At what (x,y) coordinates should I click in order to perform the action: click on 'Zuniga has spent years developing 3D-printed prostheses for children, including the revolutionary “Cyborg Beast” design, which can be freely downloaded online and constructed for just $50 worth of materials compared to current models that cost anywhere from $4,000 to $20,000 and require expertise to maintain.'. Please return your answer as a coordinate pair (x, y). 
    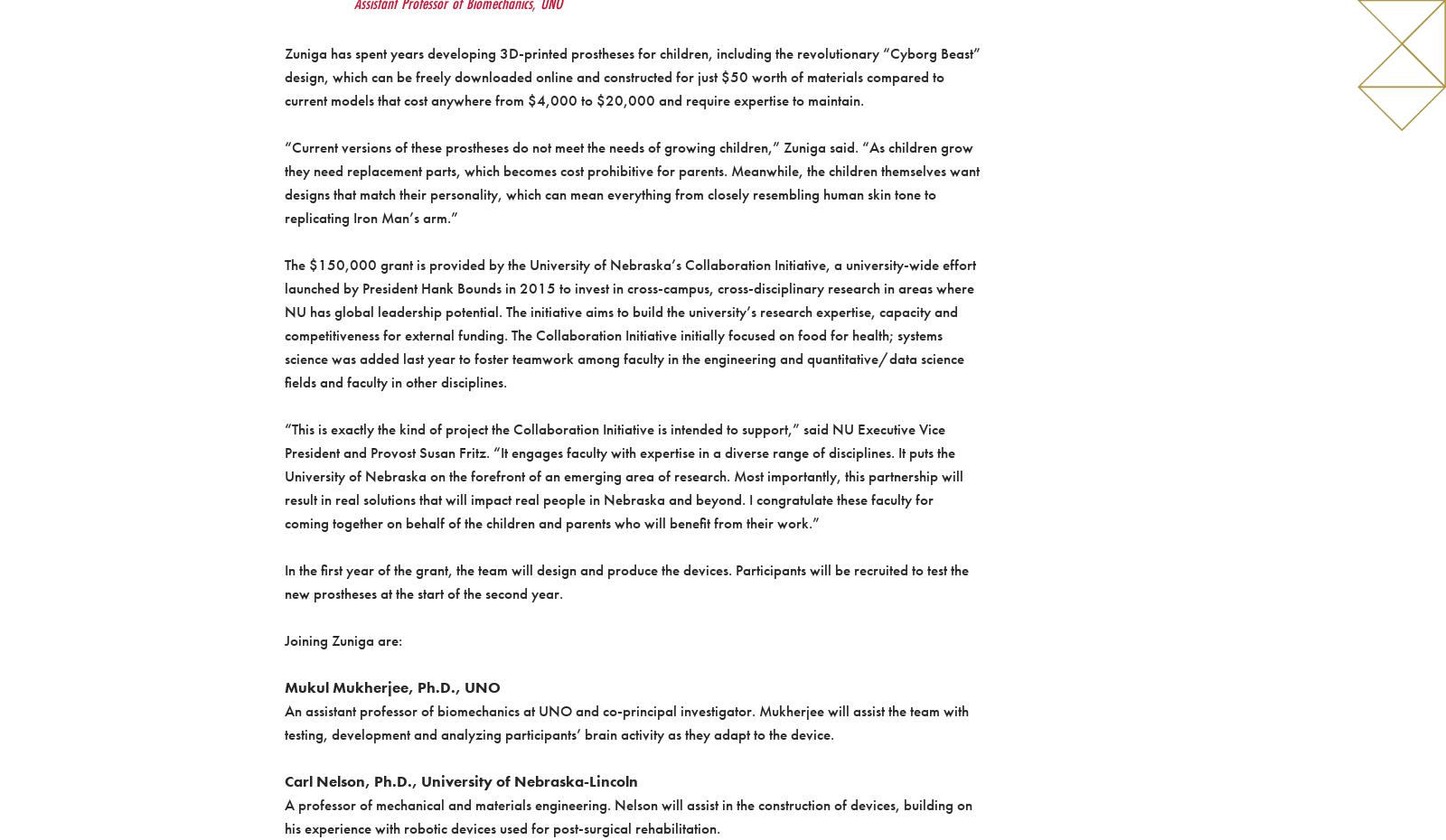
    Looking at the image, I should click on (632, 77).